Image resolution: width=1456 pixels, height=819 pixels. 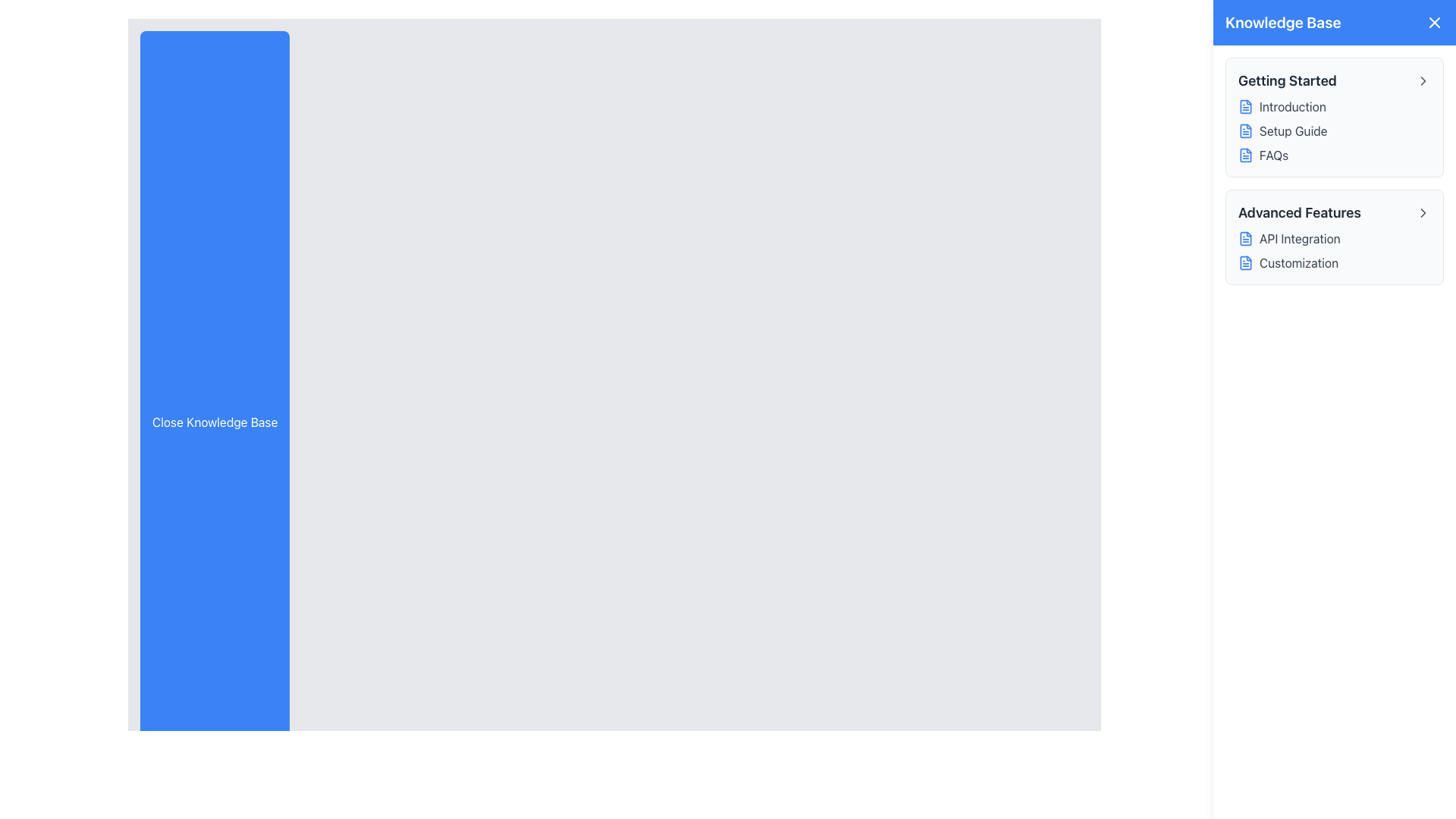 What do you see at coordinates (1422, 81) in the screenshot?
I see `the small right-facing chevron icon in the 'Knowledge Base' section` at bounding box center [1422, 81].